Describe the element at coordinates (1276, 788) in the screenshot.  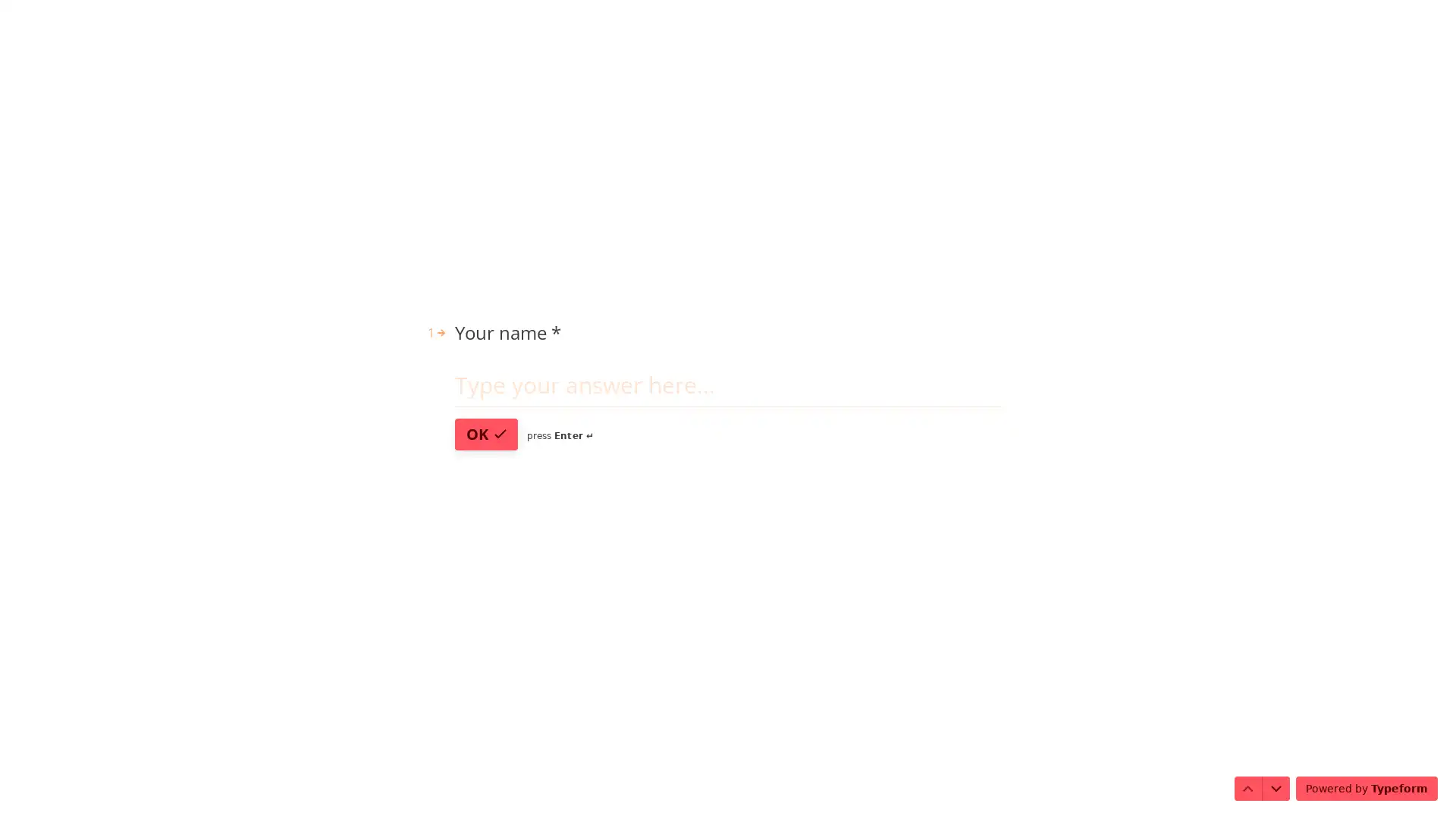
I see `Navigate to next question` at that location.